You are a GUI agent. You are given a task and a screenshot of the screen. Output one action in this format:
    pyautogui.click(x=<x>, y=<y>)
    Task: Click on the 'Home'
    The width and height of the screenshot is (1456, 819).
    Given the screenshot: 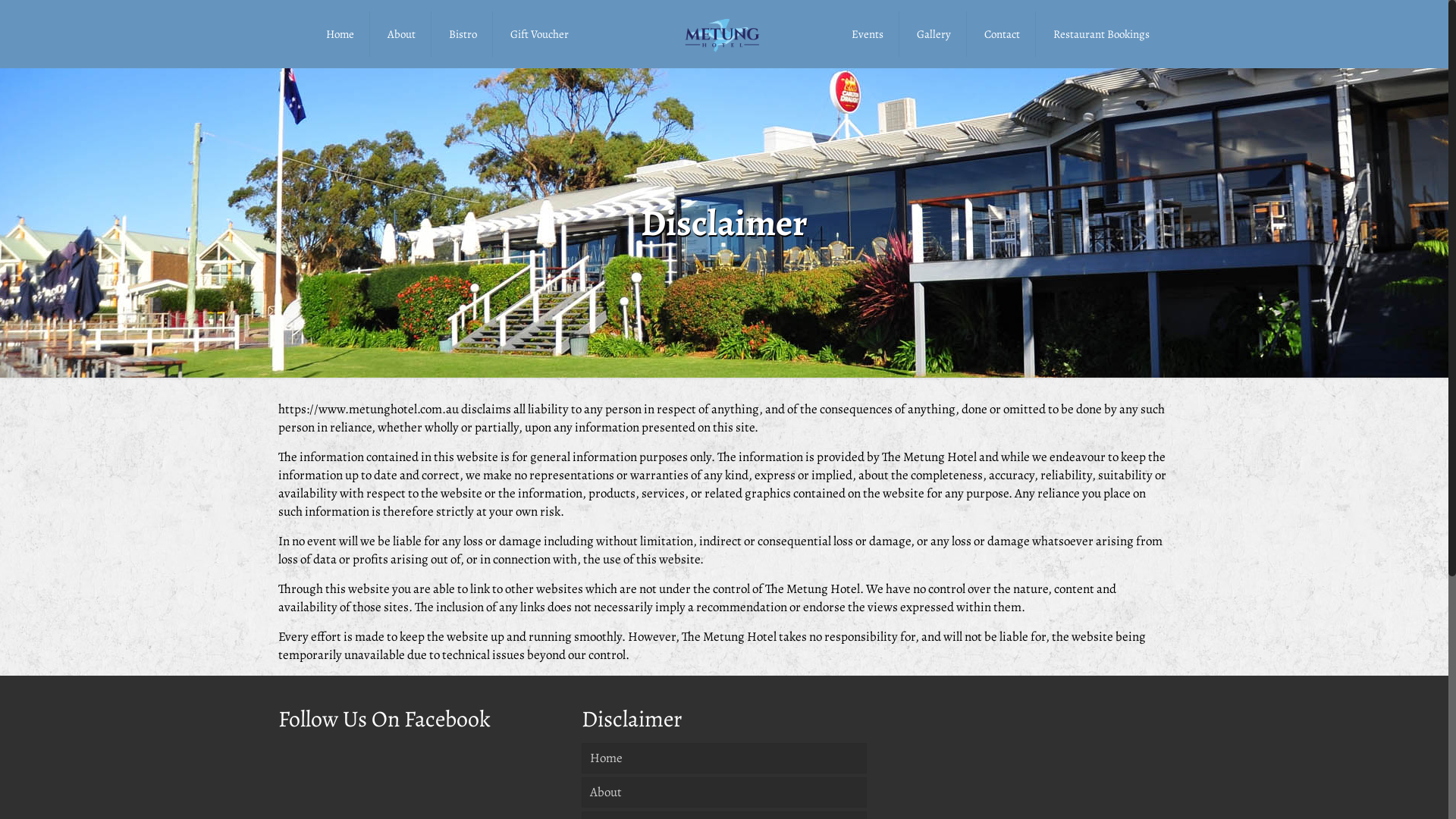 What is the action you would take?
    pyautogui.click(x=340, y=34)
    